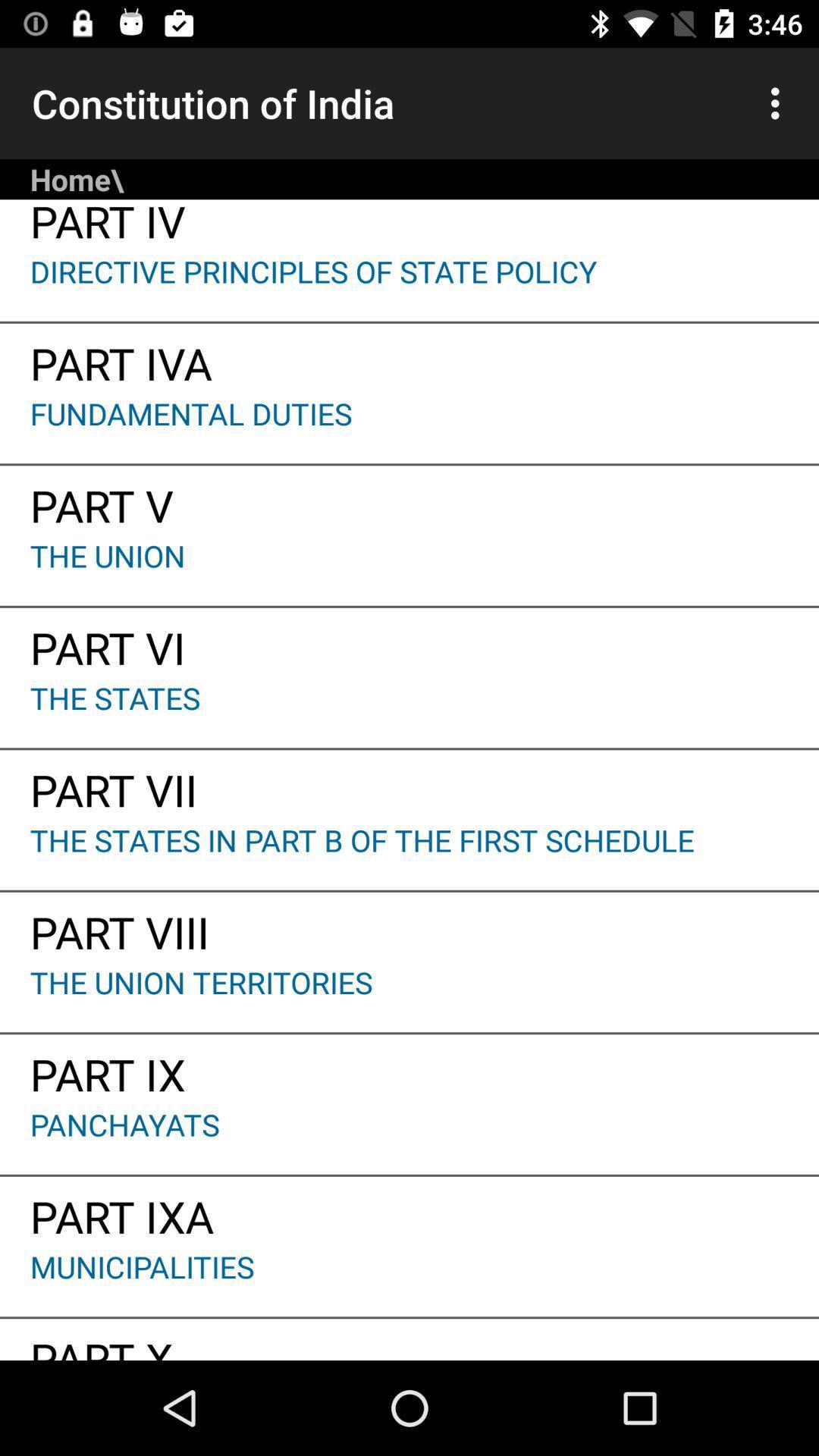 The height and width of the screenshot is (1456, 819). What do you see at coordinates (409, 500) in the screenshot?
I see `the part v` at bounding box center [409, 500].